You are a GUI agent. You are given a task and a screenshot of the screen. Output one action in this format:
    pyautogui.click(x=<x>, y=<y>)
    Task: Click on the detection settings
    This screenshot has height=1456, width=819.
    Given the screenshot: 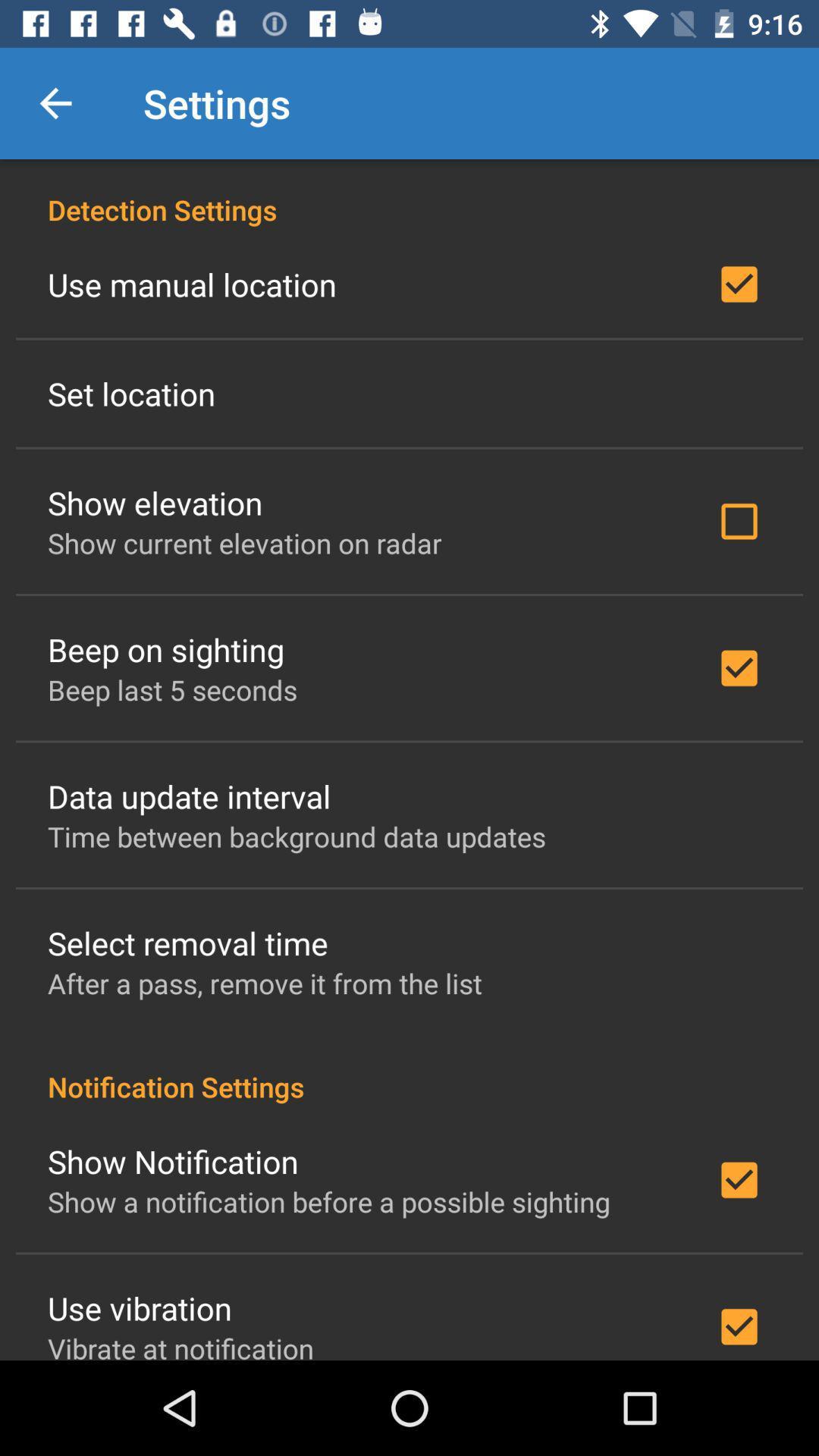 What is the action you would take?
    pyautogui.click(x=409, y=193)
    